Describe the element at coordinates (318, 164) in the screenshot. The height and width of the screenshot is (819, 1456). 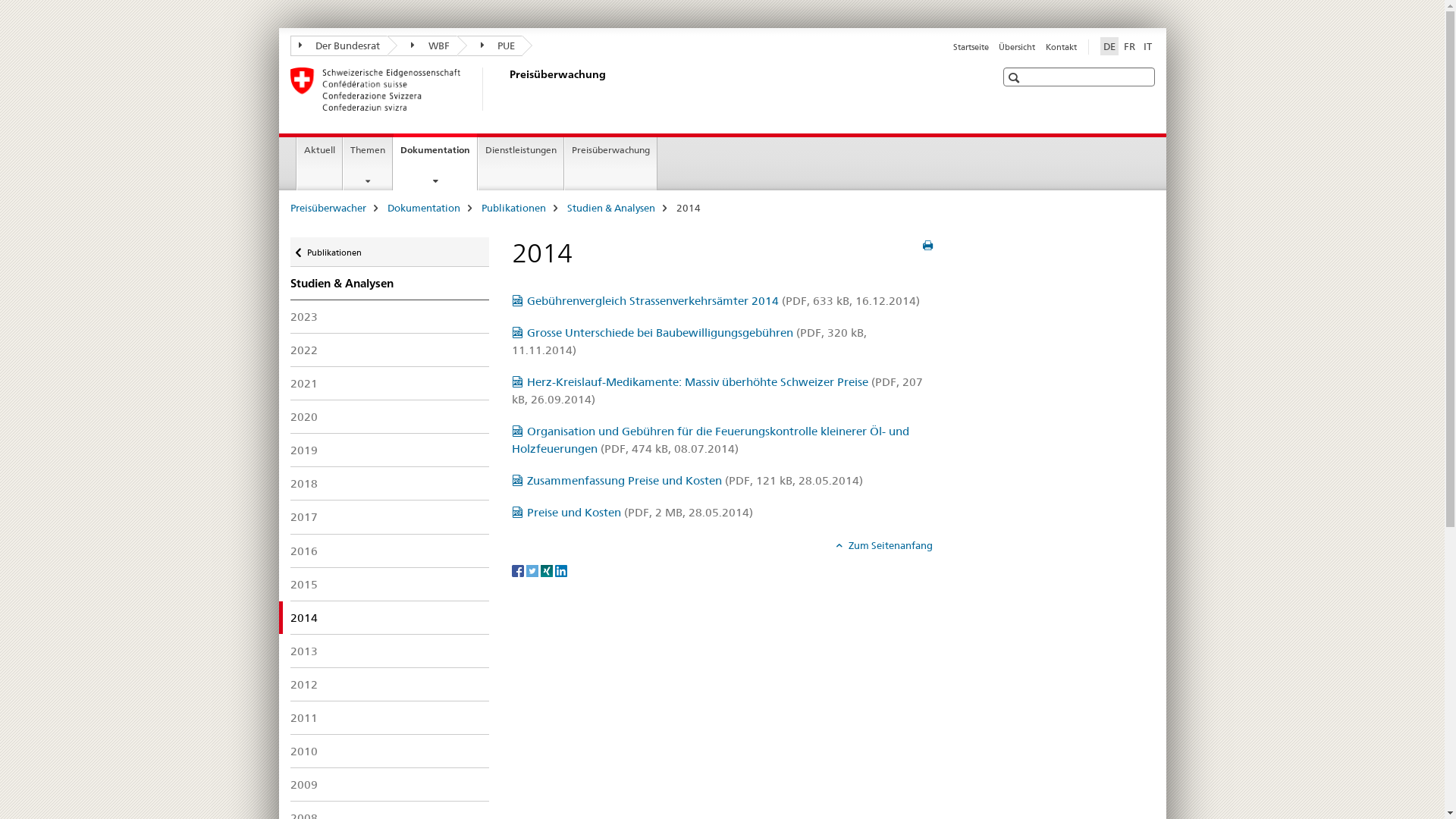
I see `'Aktuell'` at that location.